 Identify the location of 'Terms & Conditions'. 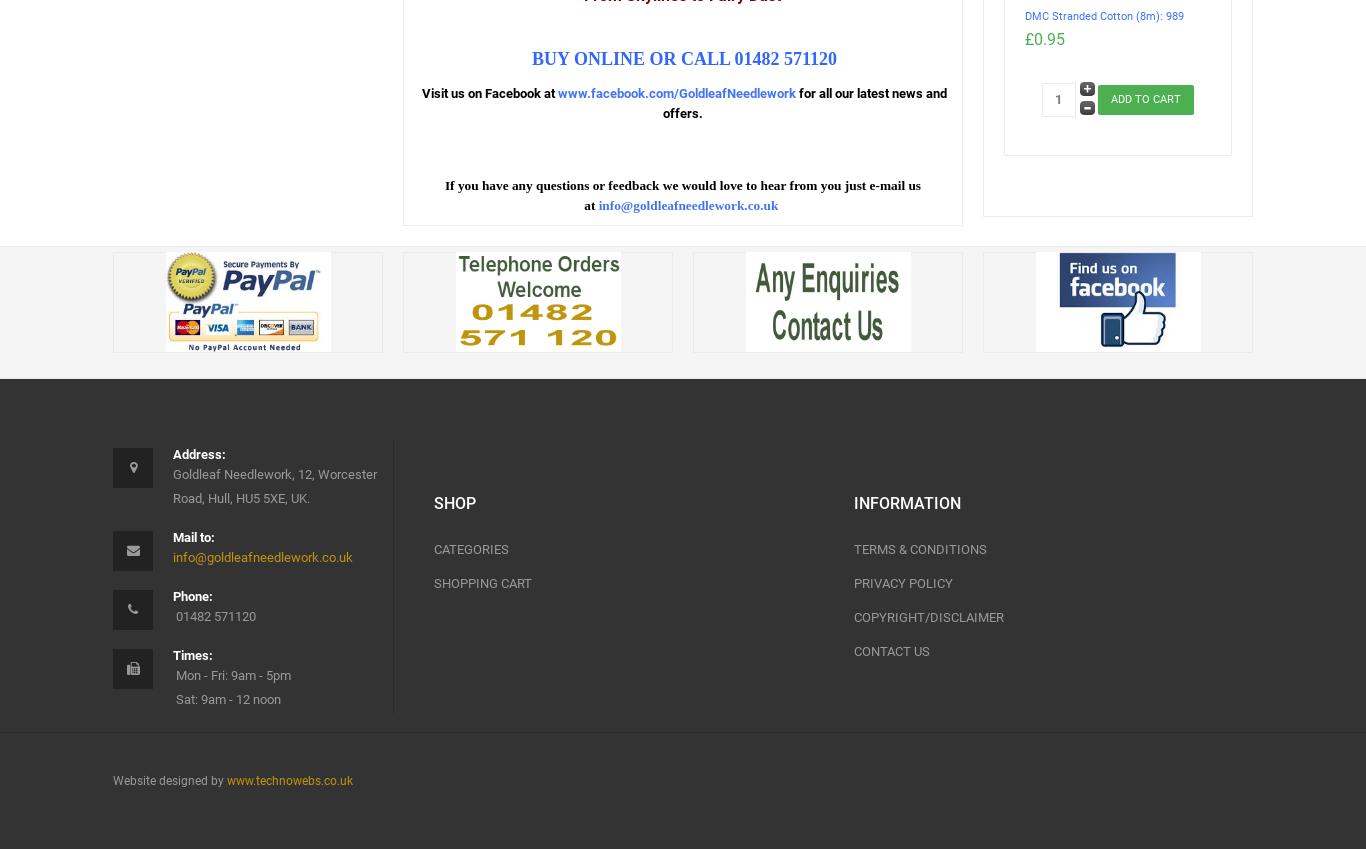
(852, 549).